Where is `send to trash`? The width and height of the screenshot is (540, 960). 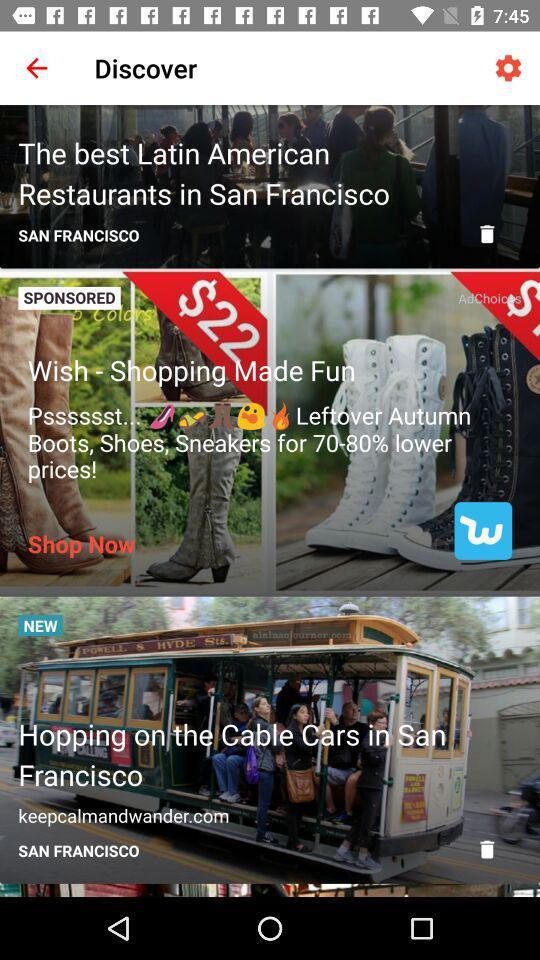
send to trash is located at coordinates (486, 848).